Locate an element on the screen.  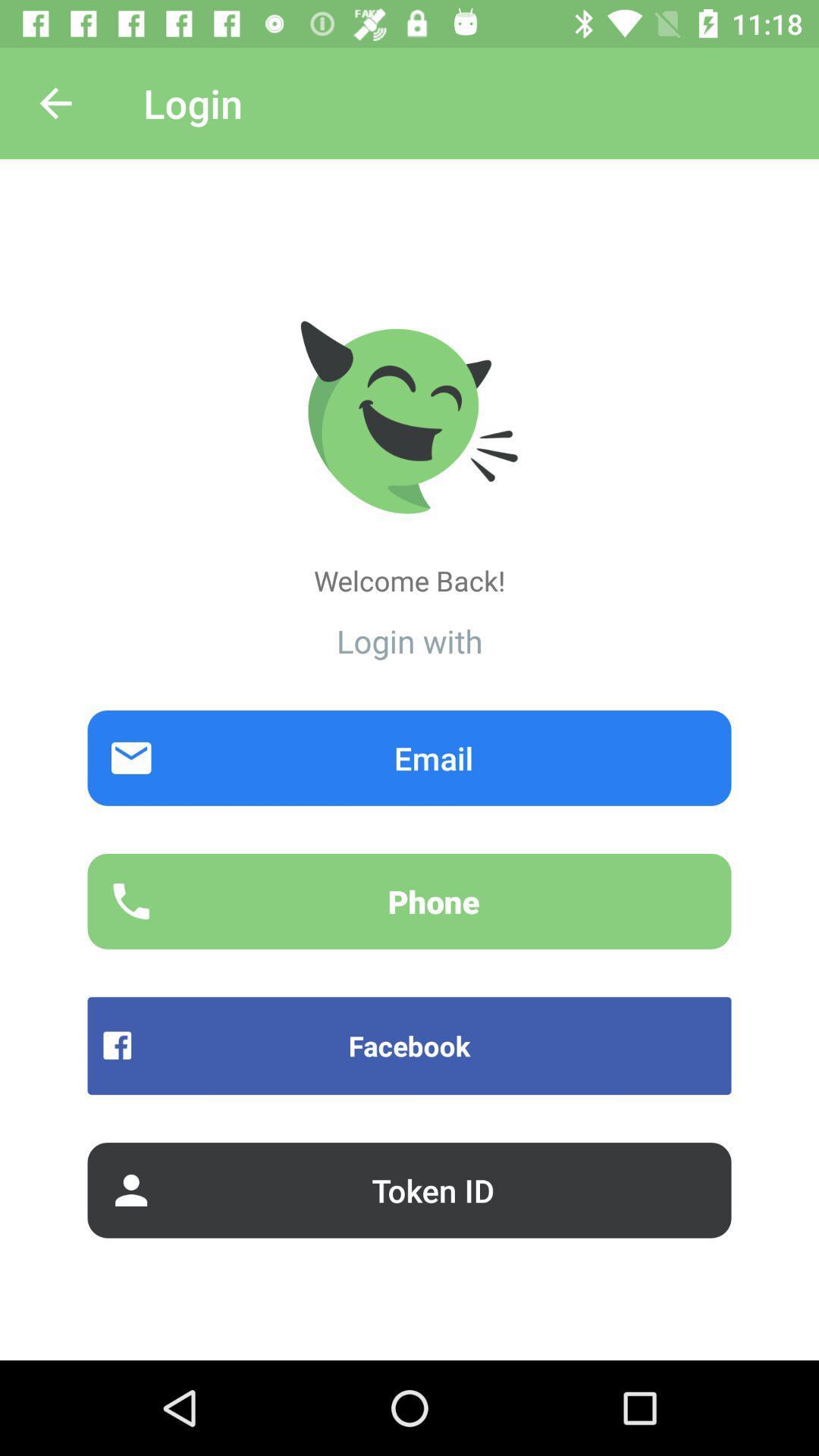
the phone is located at coordinates (409, 901).